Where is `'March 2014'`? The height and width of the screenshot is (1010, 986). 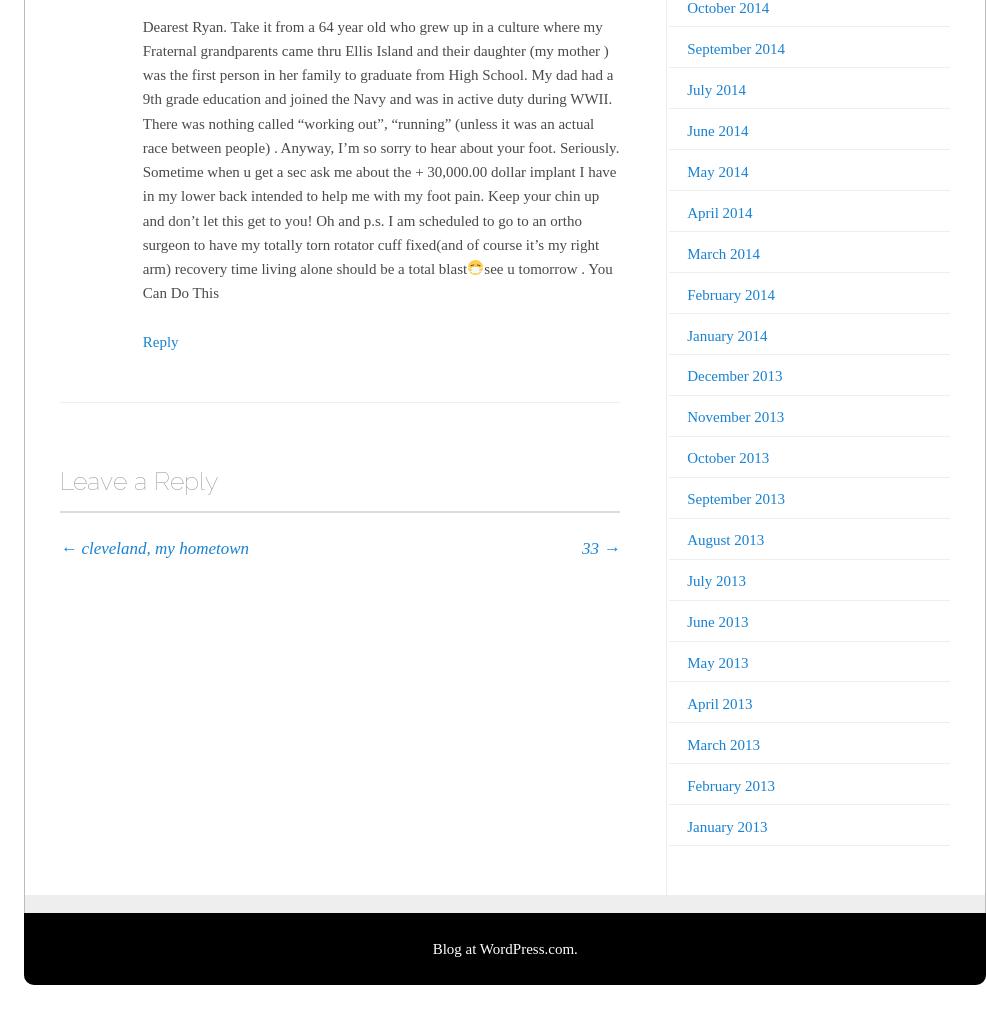
'March 2014' is located at coordinates (686, 252).